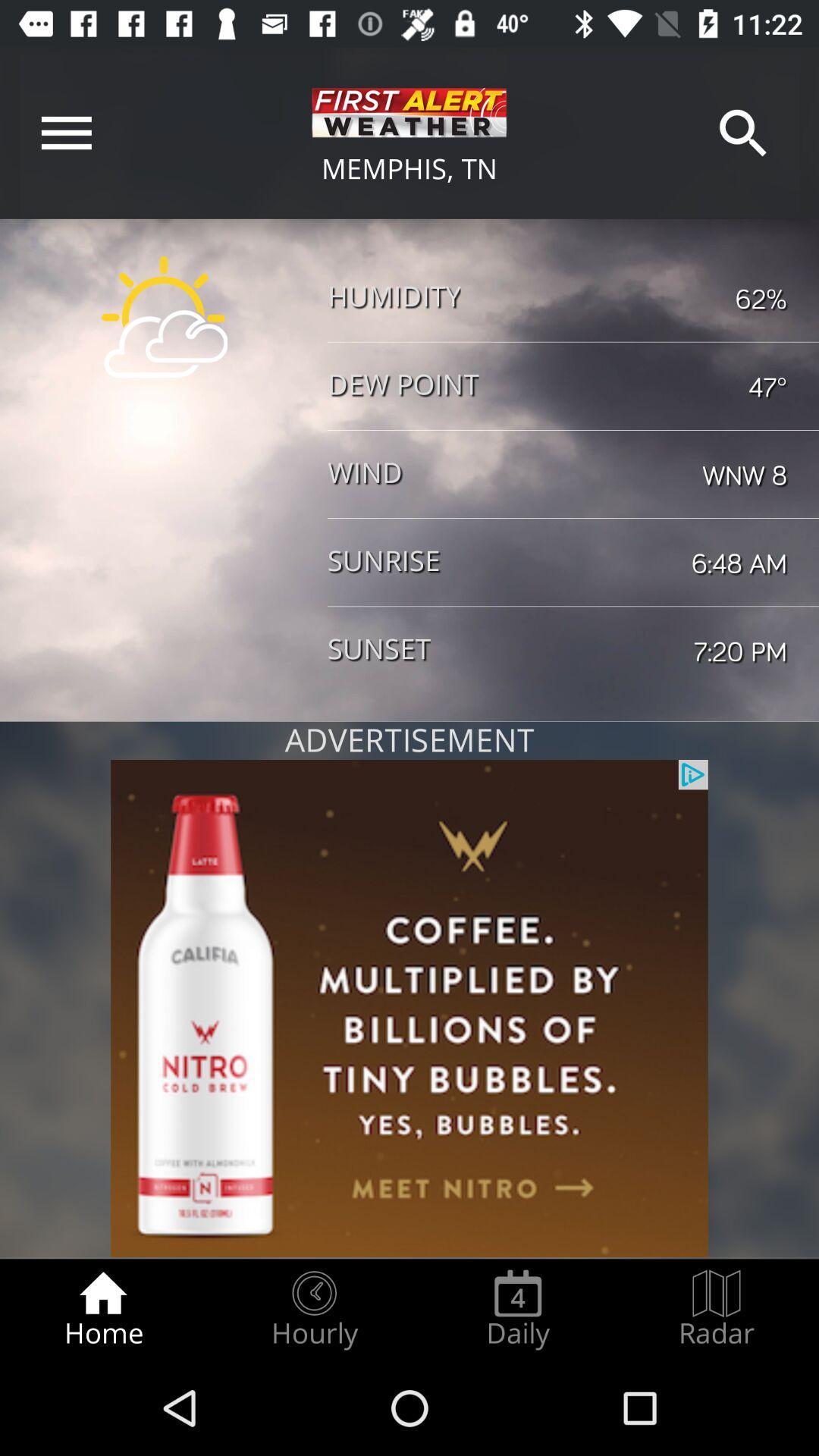 Image resolution: width=819 pixels, height=1456 pixels. What do you see at coordinates (313, 1309) in the screenshot?
I see `hourly radio button` at bounding box center [313, 1309].